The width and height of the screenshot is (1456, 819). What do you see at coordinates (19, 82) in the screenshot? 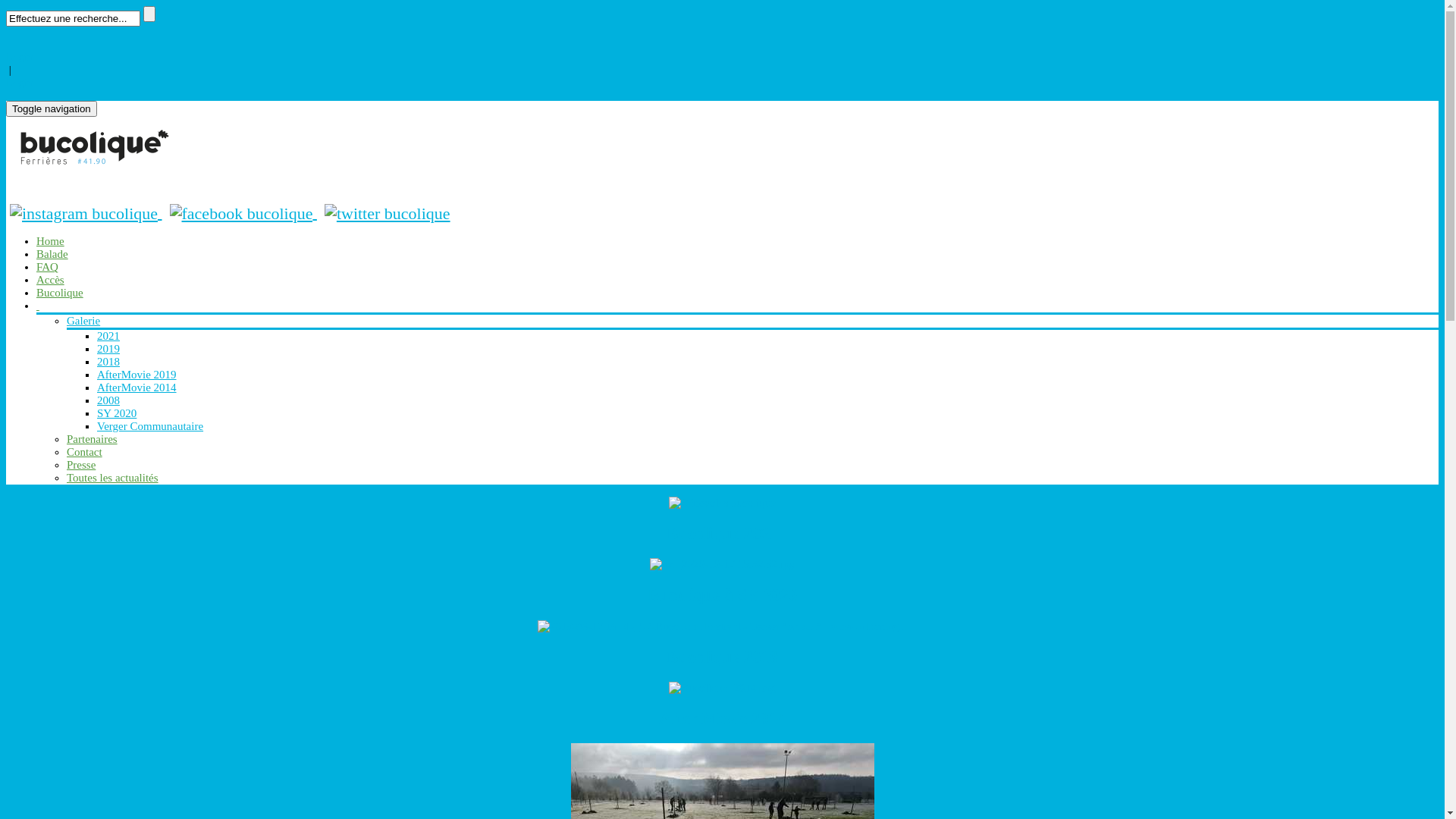
I see `'Login'` at bounding box center [19, 82].